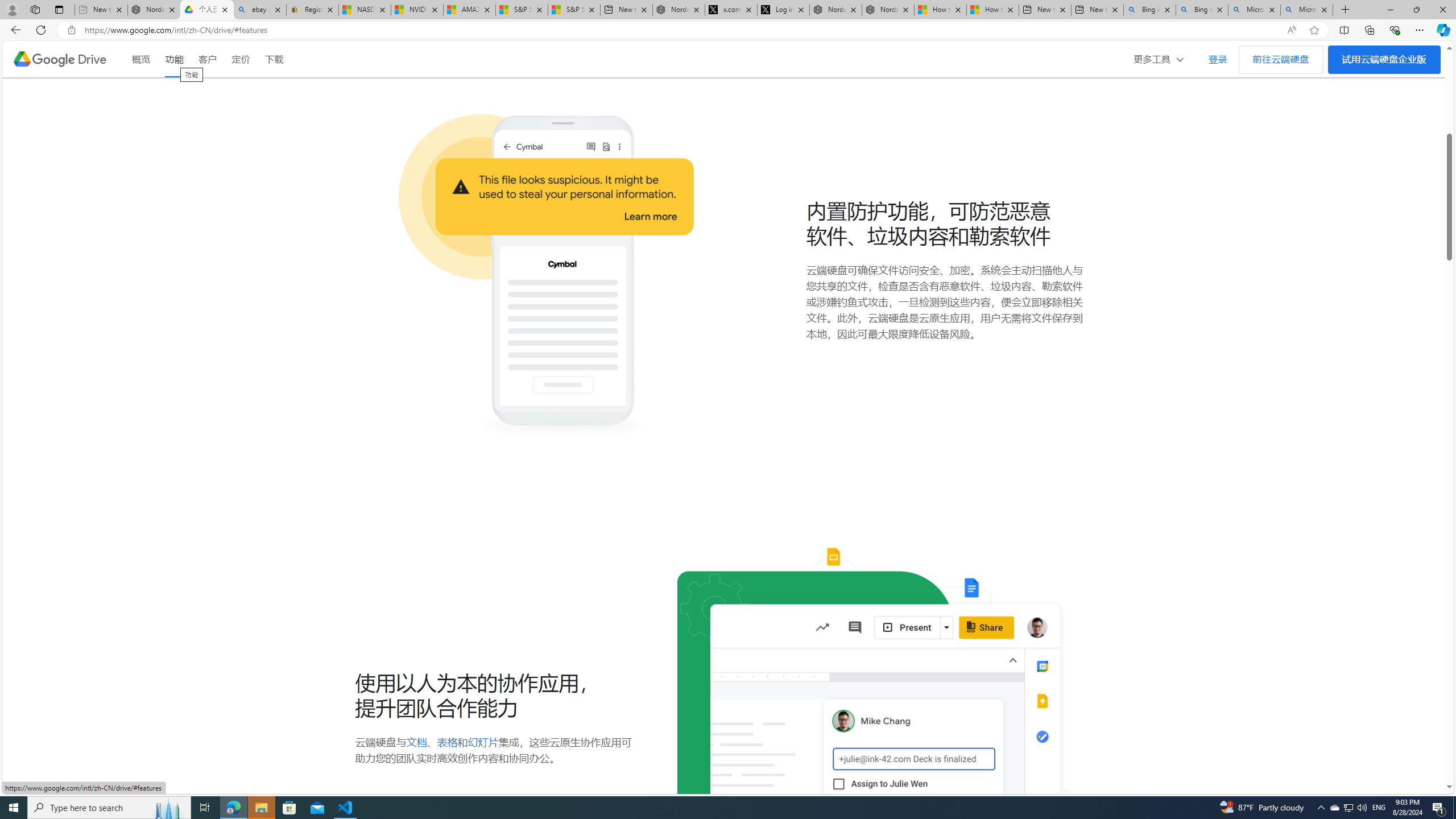 This screenshot has width=1456, height=819. I want to click on 'x.com/NordaceOfficial', so click(730, 9).